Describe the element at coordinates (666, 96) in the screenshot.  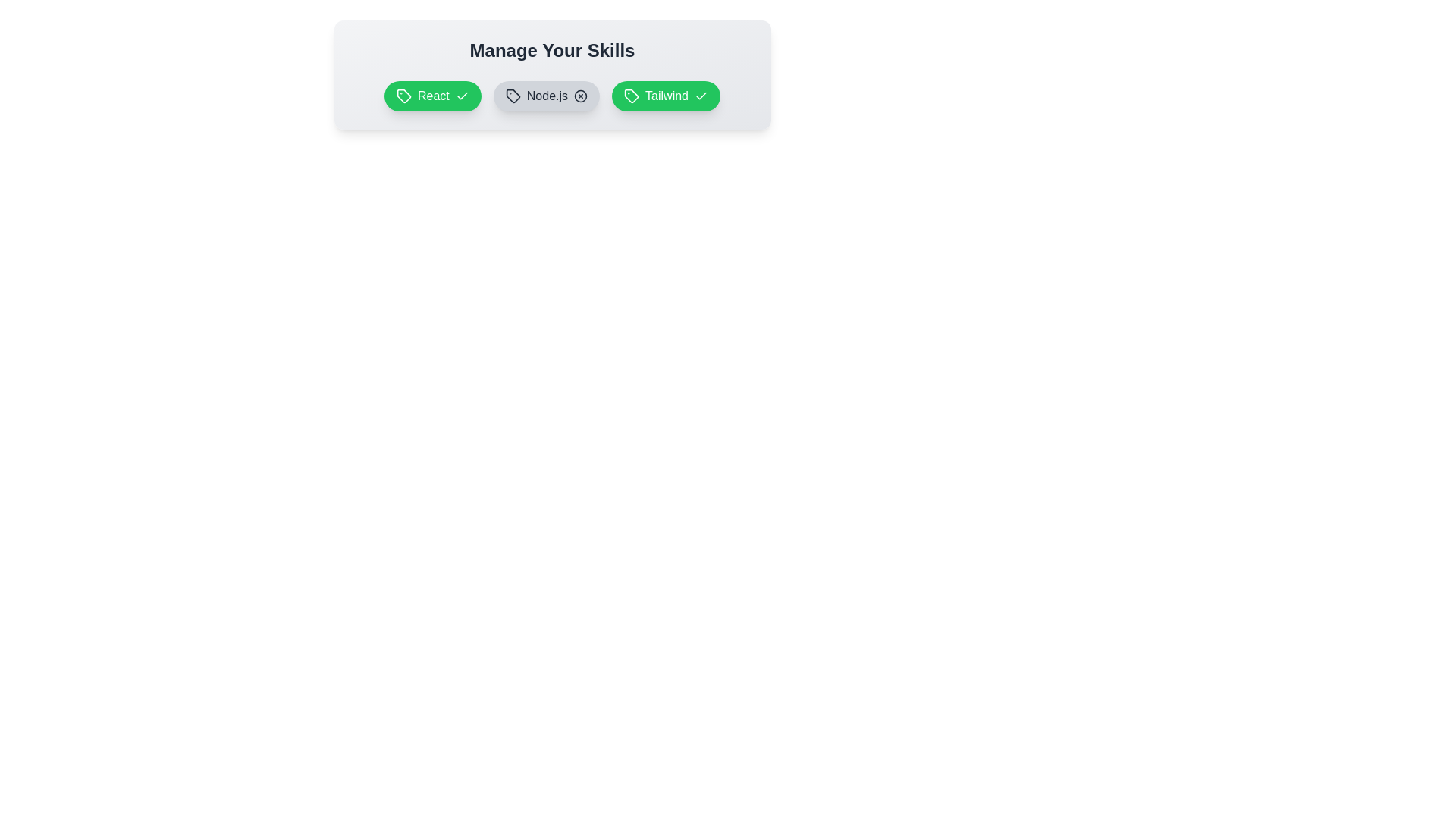
I see `the skill tag Tailwind to inspect its state` at that location.